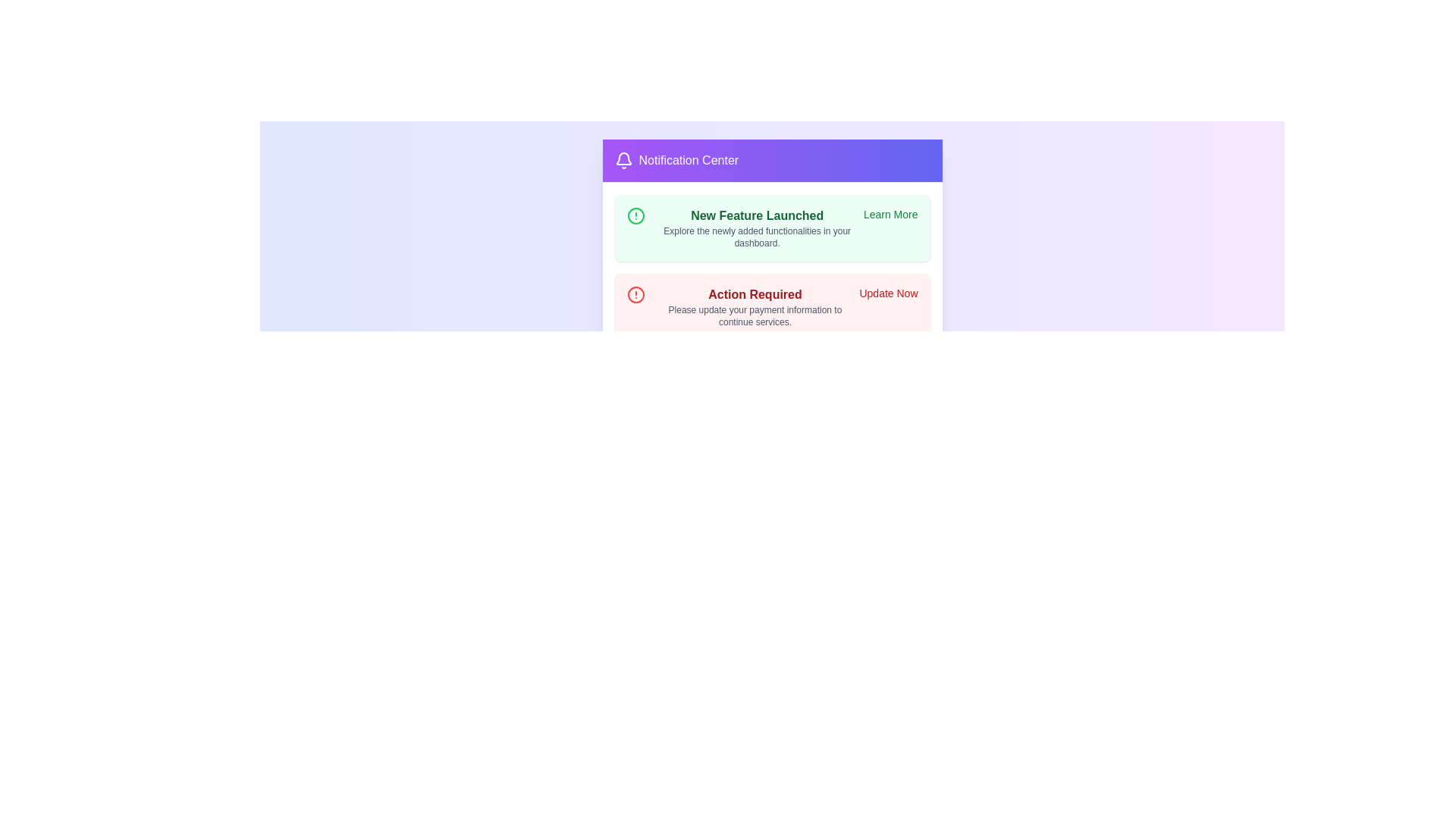 Image resolution: width=1456 pixels, height=819 pixels. What do you see at coordinates (757, 237) in the screenshot?
I see `information from the text label located directly below the 'New Feature Launched' title within a light green notification box` at bounding box center [757, 237].